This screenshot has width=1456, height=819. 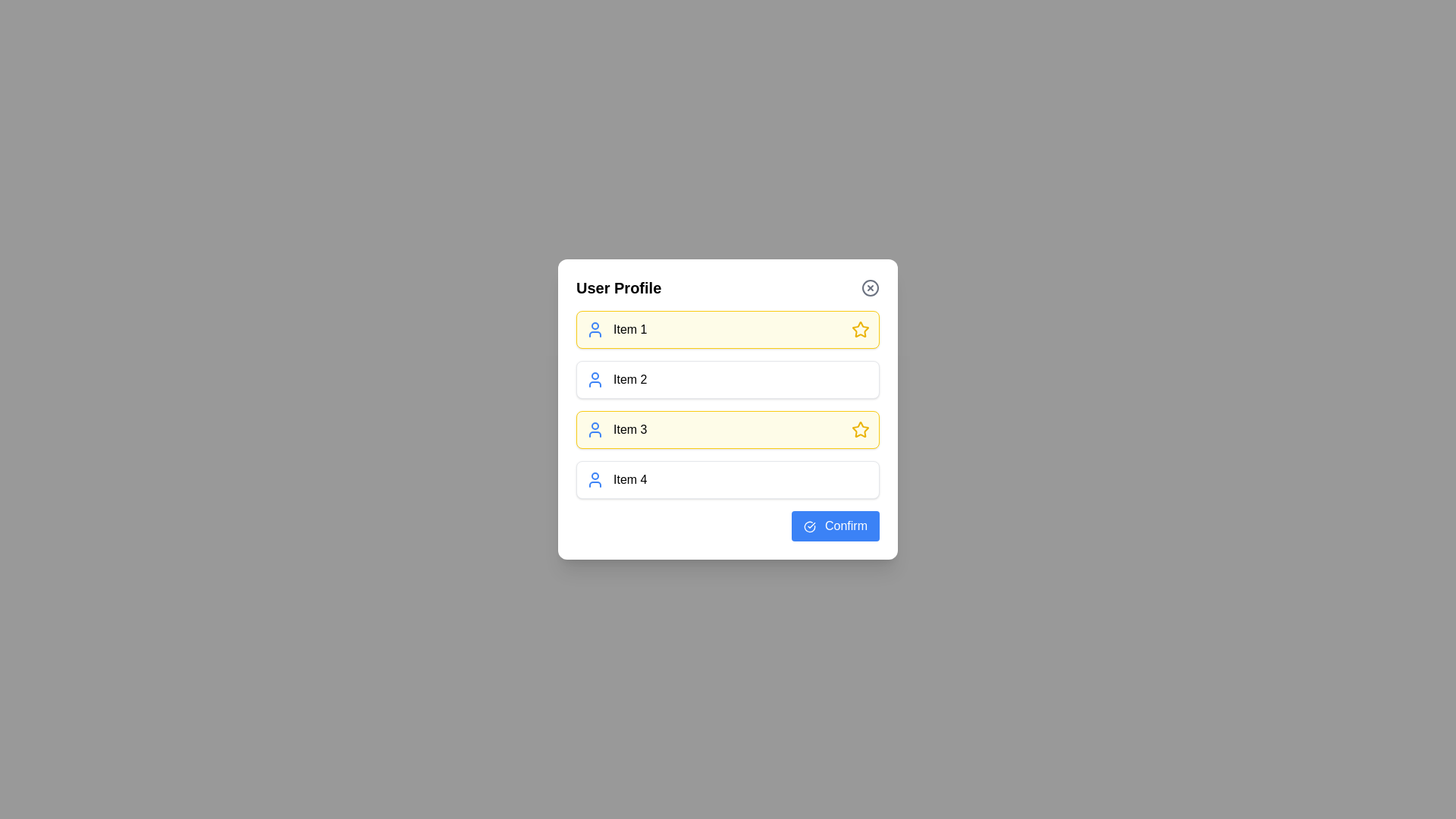 What do you see at coordinates (595, 379) in the screenshot?
I see `the user profile icon associated with the 'Item 2' section by moving the cursor to its center` at bounding box center [595, 379].